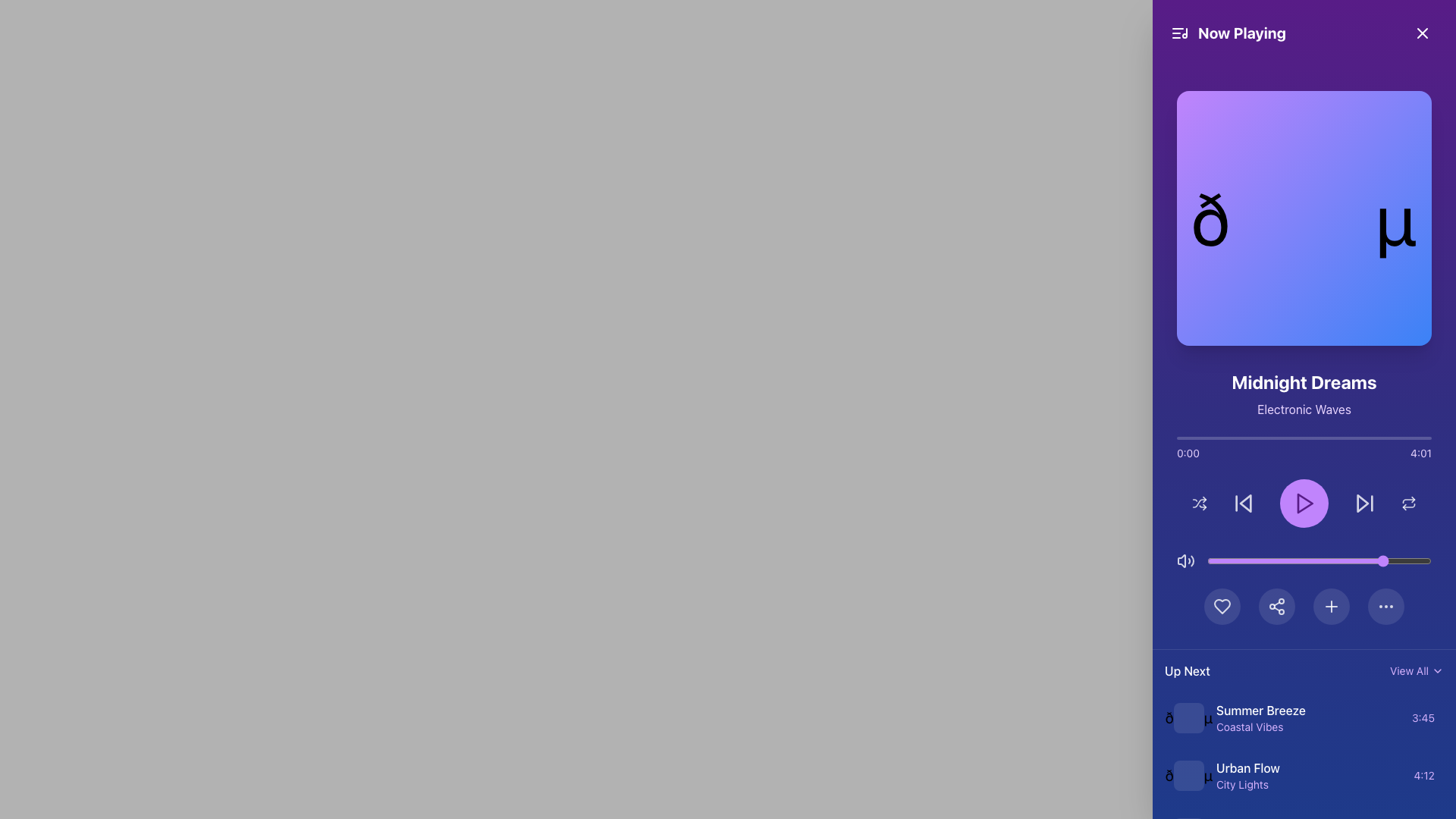  Describe the element at coordinates (1245, 503) in the screenshot. I see `the triangular backward navigation button in the playback controls region, located to the left of the central Play button` at that location.